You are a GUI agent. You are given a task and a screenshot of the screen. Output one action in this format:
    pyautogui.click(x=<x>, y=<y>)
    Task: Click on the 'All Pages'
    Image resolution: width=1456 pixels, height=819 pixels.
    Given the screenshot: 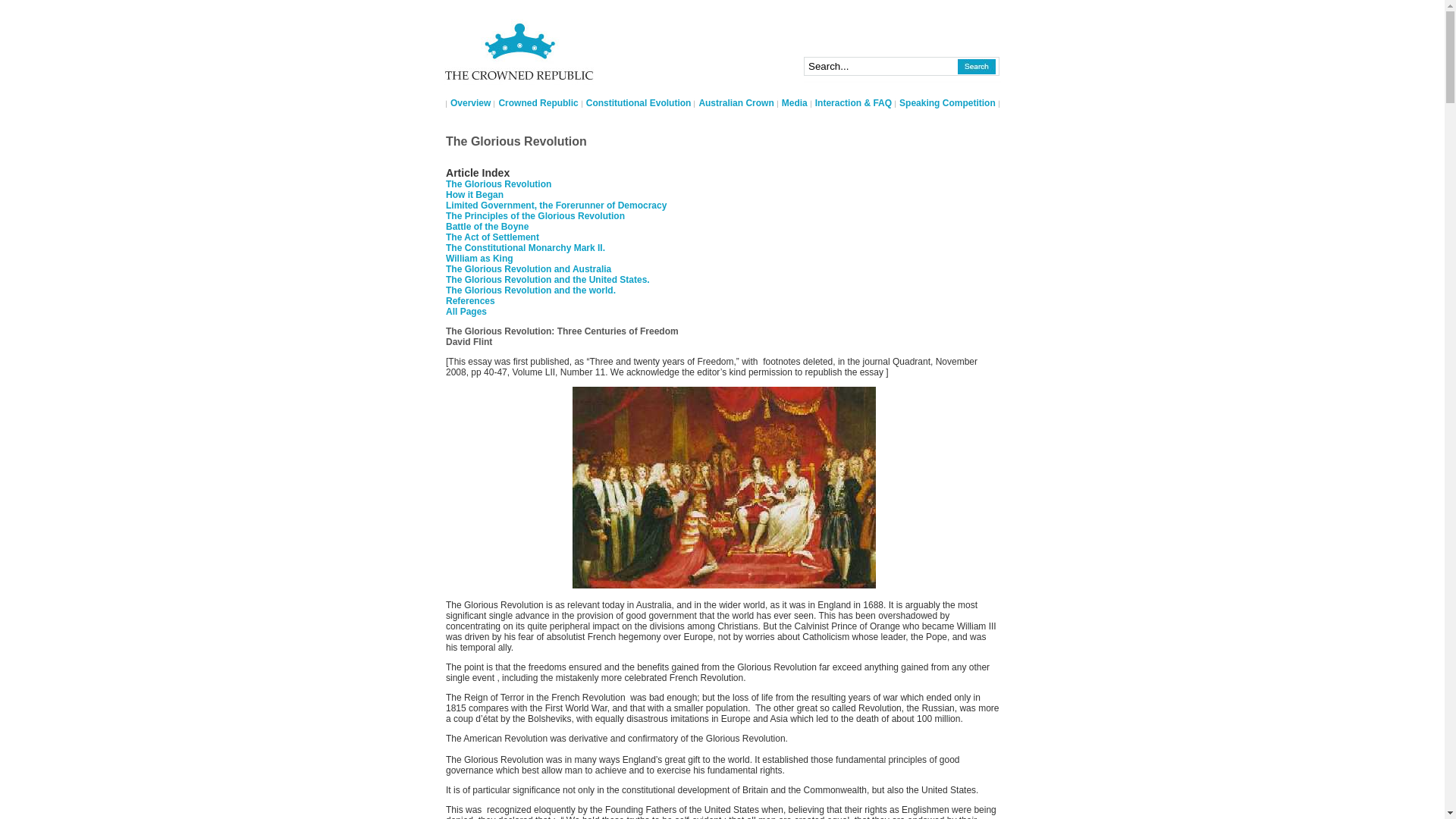 What is the action you would take?
    pyautogui.click(x=465, y=311)
    